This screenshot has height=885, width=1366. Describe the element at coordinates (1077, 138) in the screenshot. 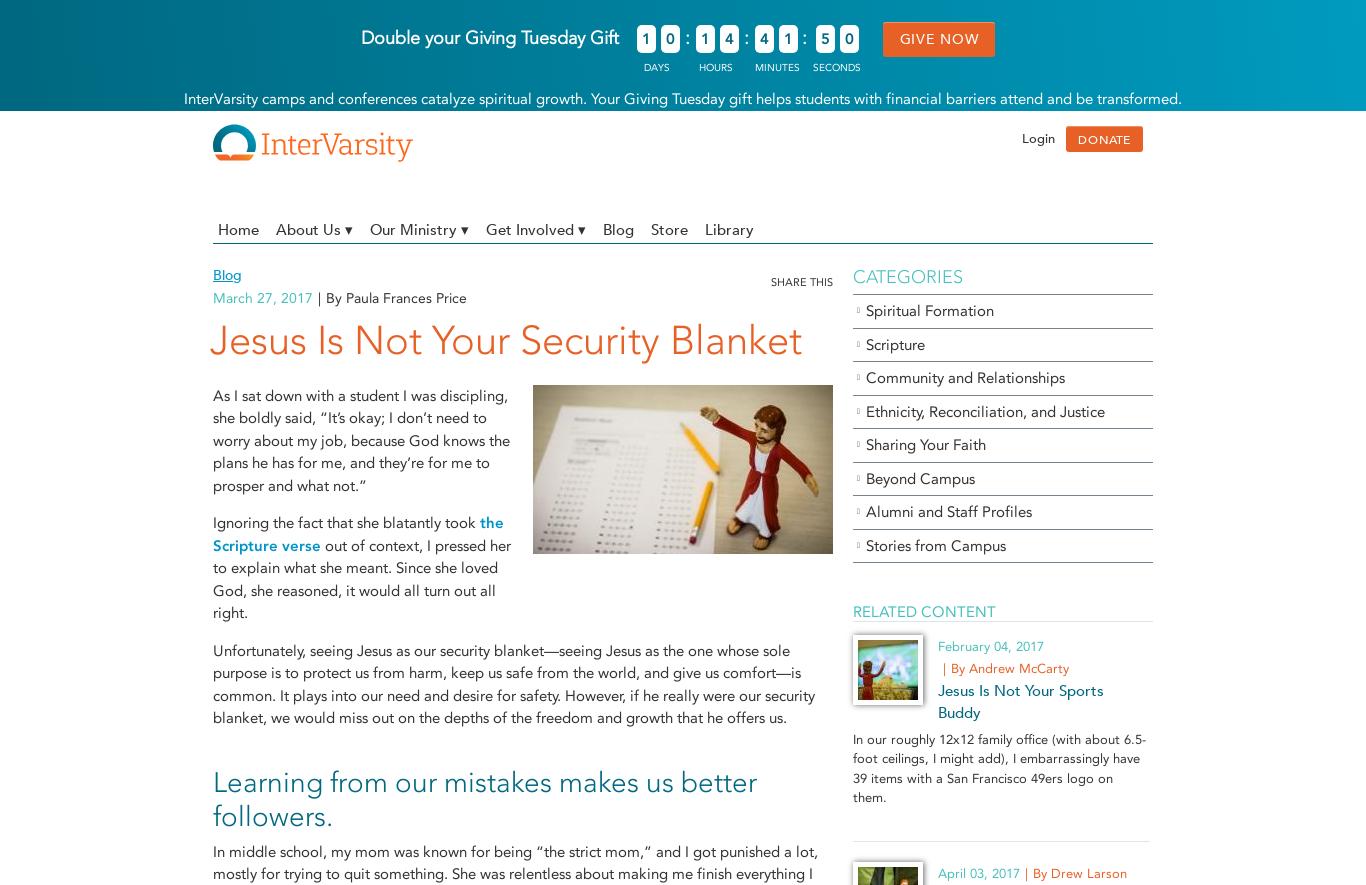

I see `'DONATE'` at that location.